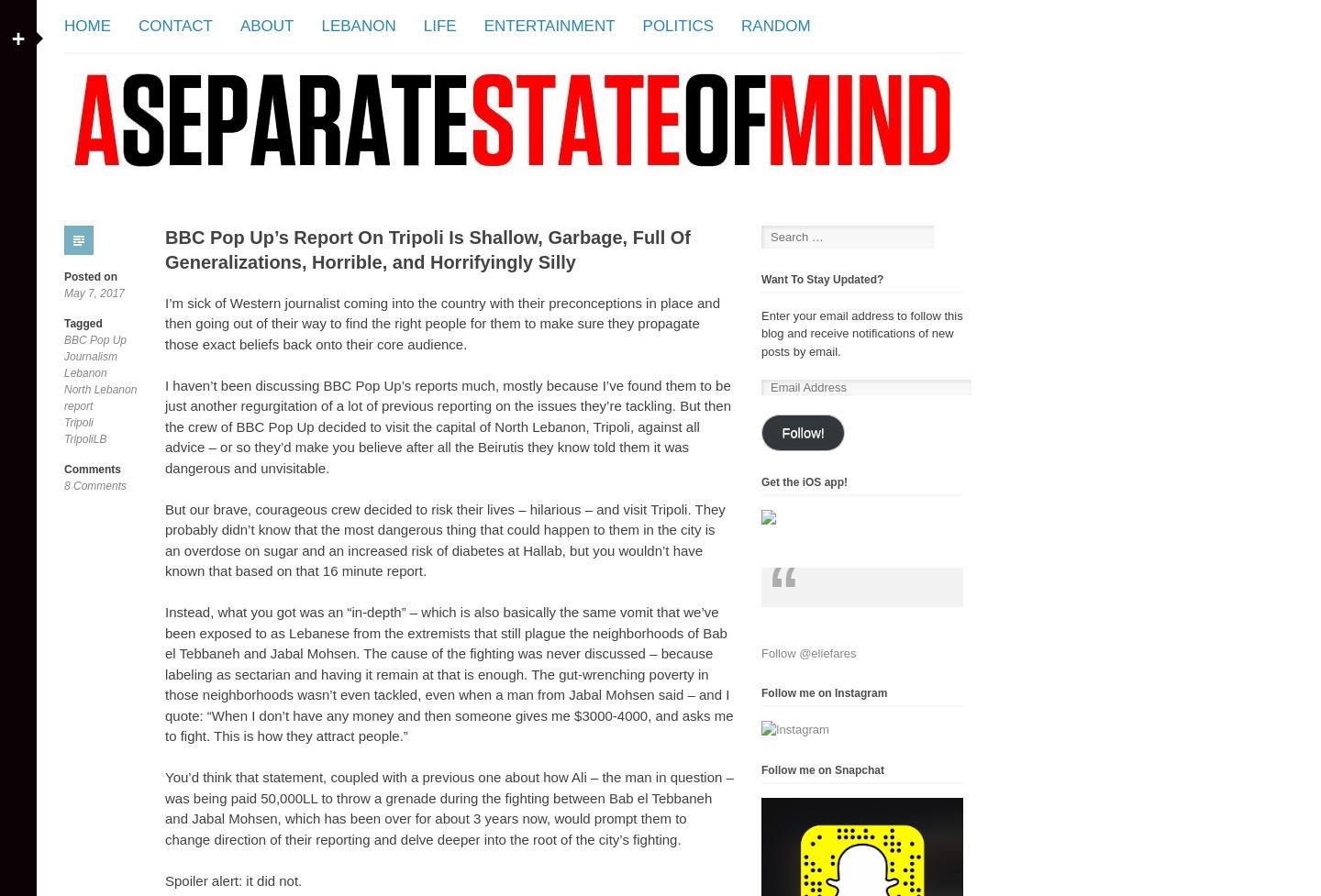  Describe the element at coordinates (801, 432) in the screenshot. I see `'Follow!'` at that location.